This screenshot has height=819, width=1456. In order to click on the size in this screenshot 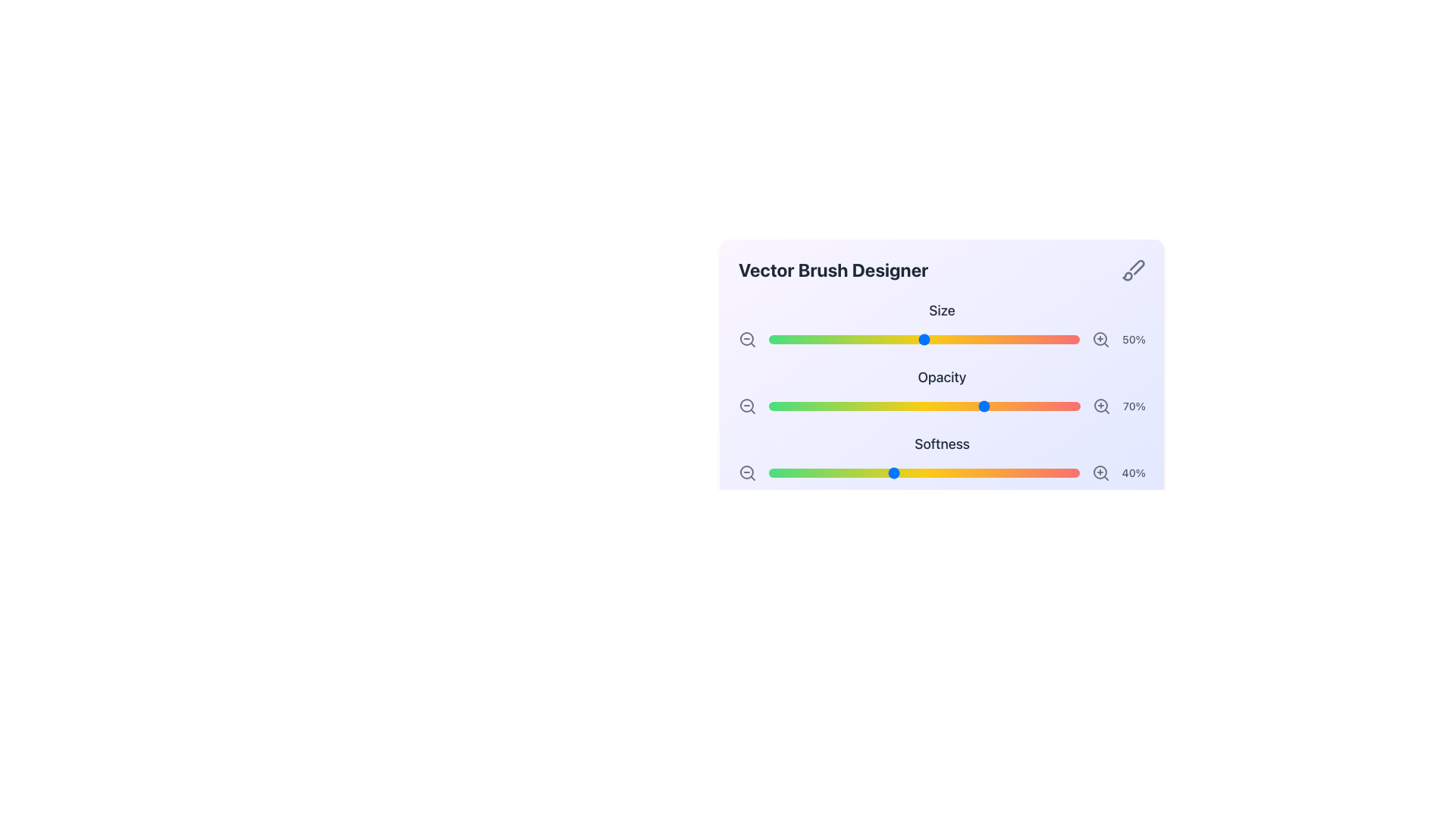, I will do `click(980, 338)`.